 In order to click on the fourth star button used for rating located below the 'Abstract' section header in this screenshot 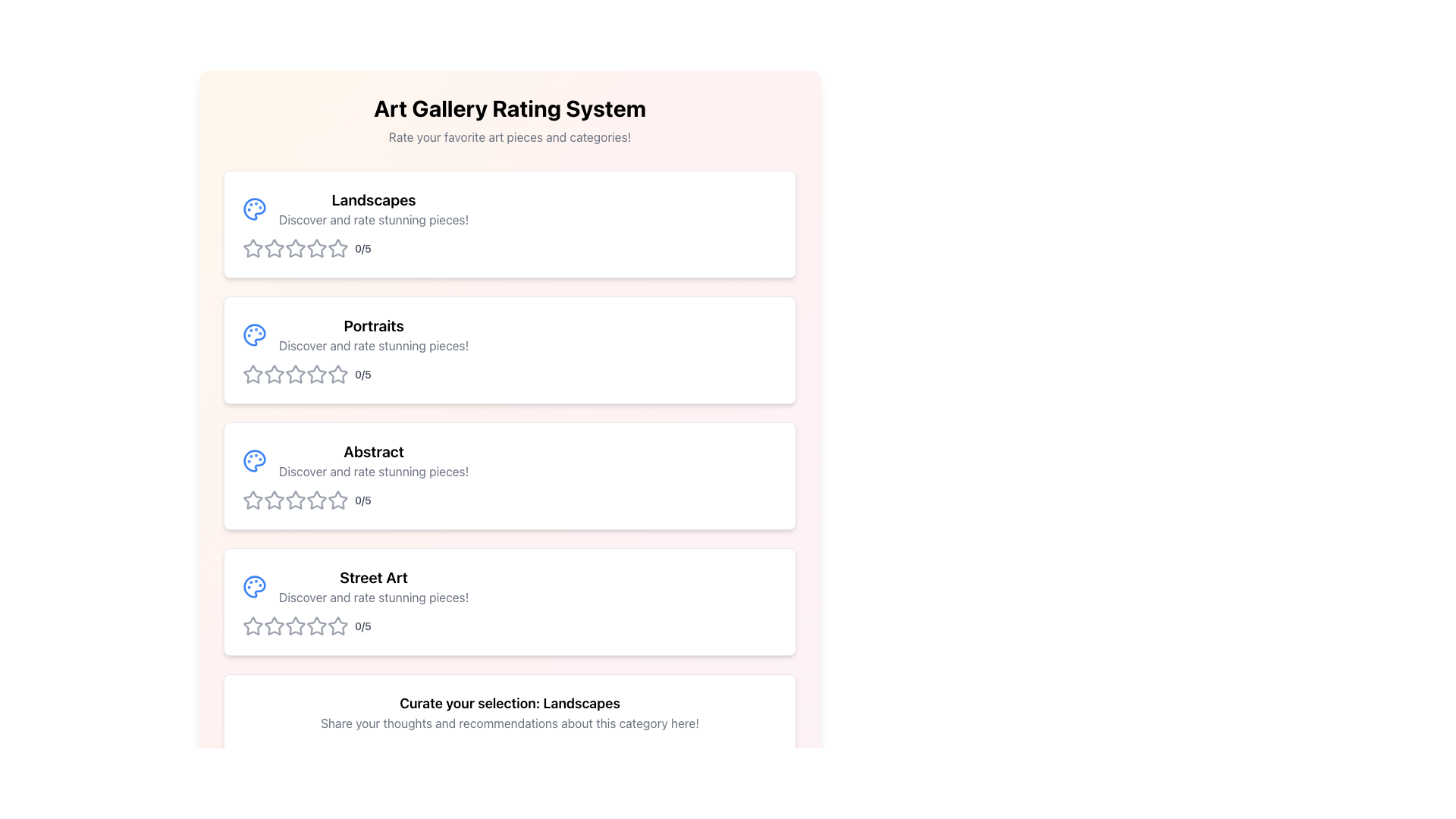, I will do `click(295, 500)`.